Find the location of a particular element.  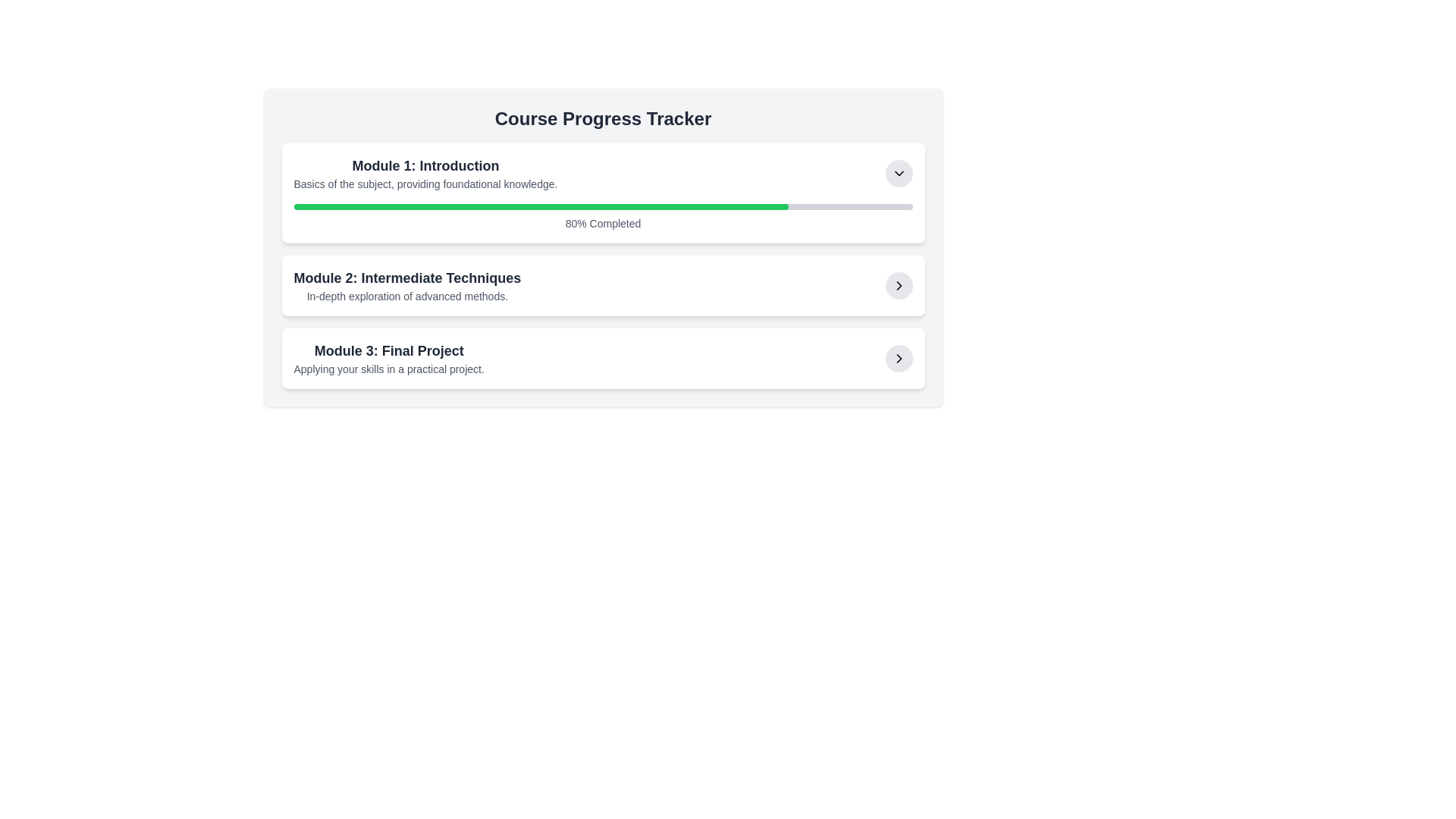

the text label that reads 'Applying your skills in a practical project.', which is styled in a small gray font and positioned below the heading 'Module 3: Final Project' is located at coordinates (389, 369).